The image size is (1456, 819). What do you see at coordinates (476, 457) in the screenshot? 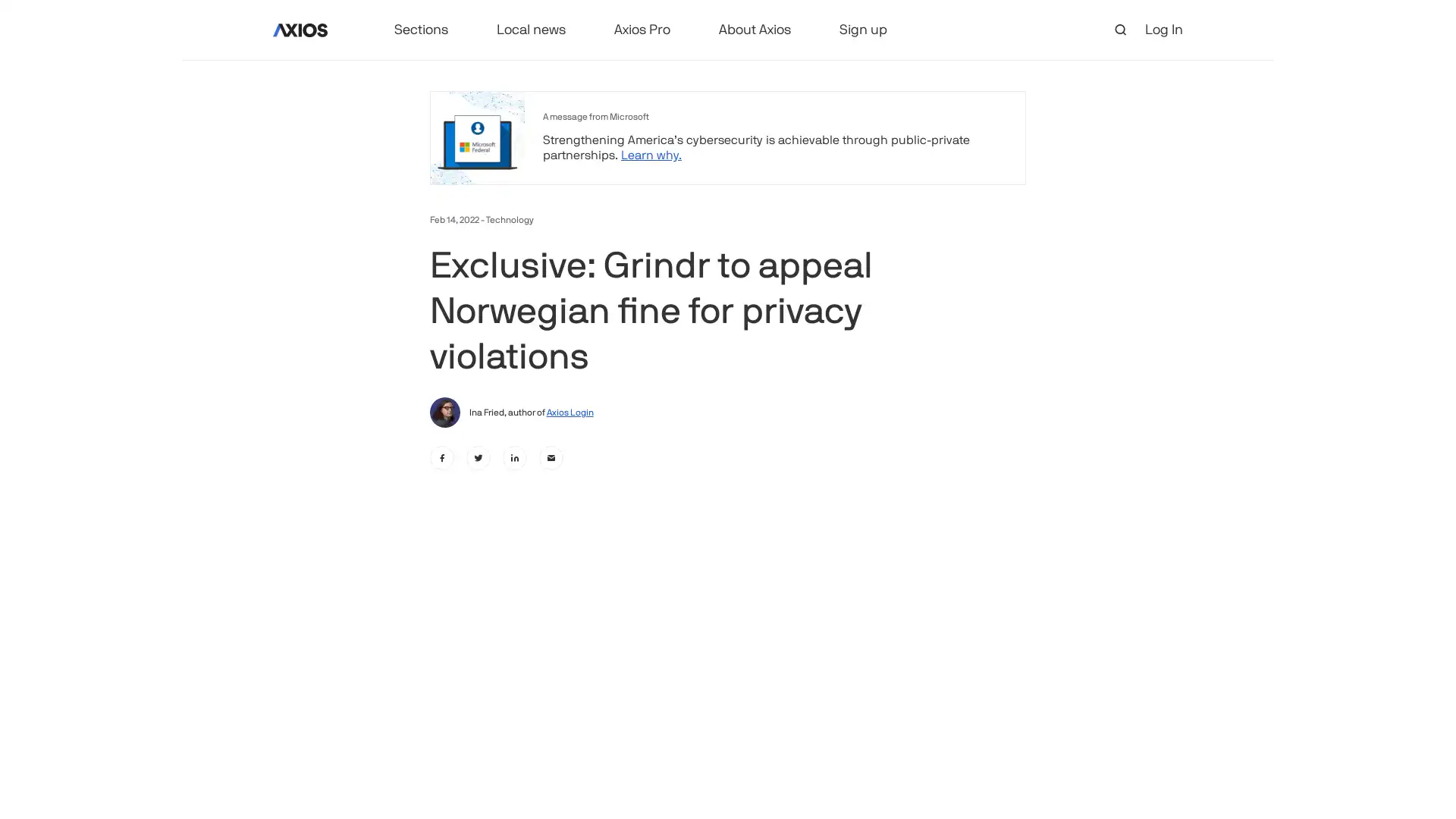
I see `twitter` at bounding box center [476, 457].